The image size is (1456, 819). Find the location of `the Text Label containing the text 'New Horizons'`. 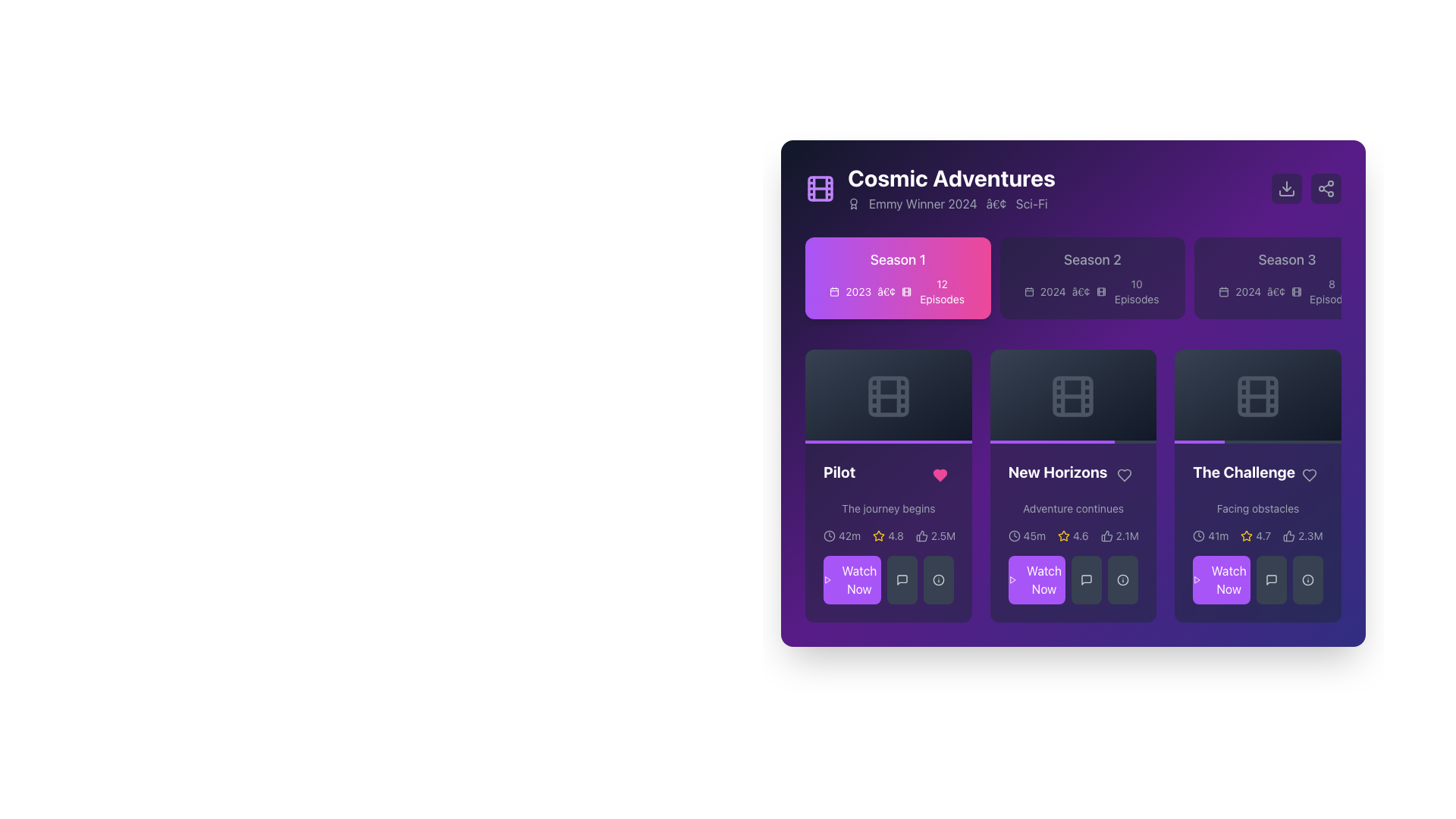

the Text Label containing the text 'New Horizons' is located at coordinates (1072, 474).